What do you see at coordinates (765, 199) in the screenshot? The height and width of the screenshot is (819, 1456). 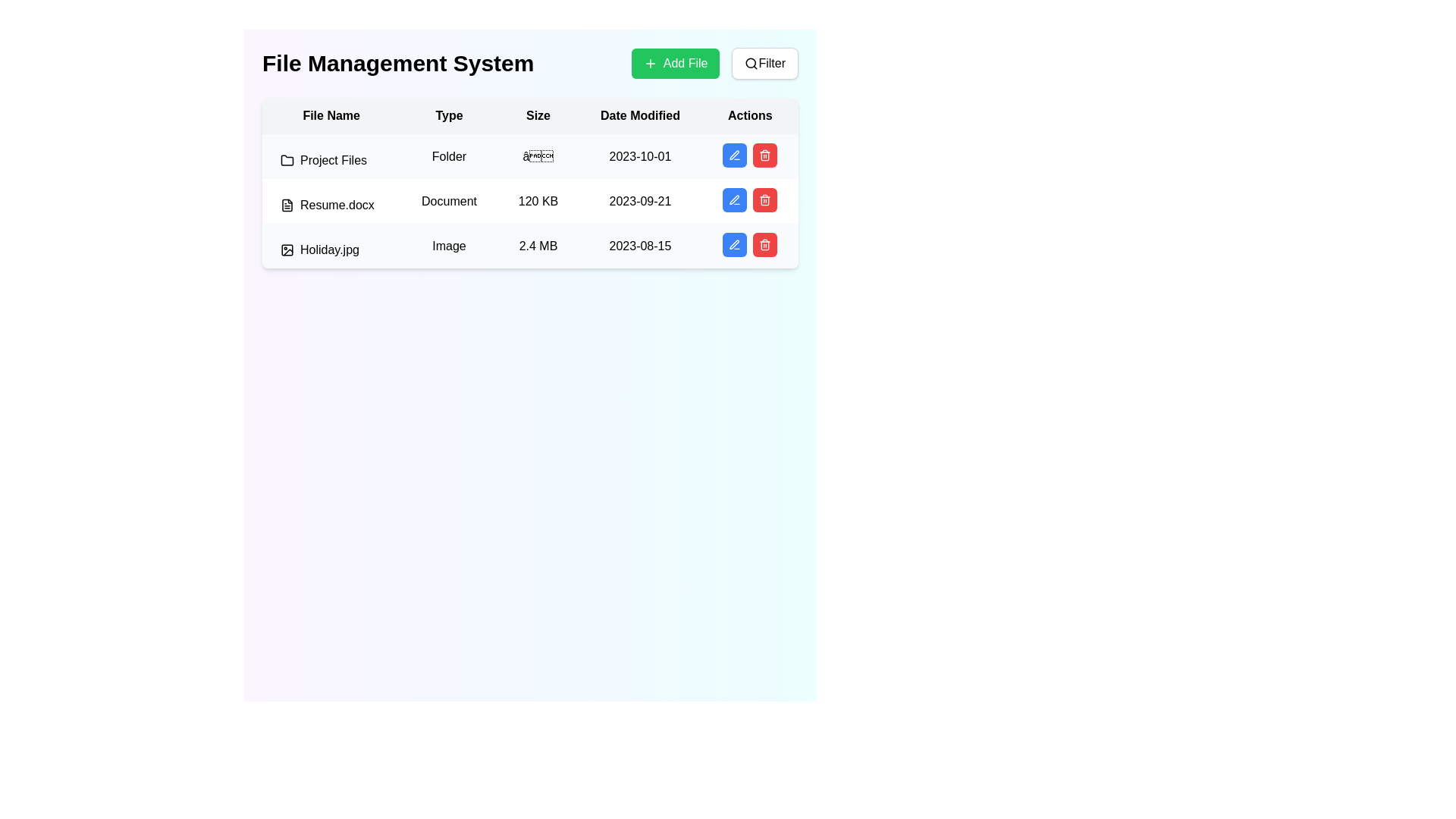 I see `the trash can icon button located in the last column of the second row under the 'Actions' column` at bounding box center [765, 199].